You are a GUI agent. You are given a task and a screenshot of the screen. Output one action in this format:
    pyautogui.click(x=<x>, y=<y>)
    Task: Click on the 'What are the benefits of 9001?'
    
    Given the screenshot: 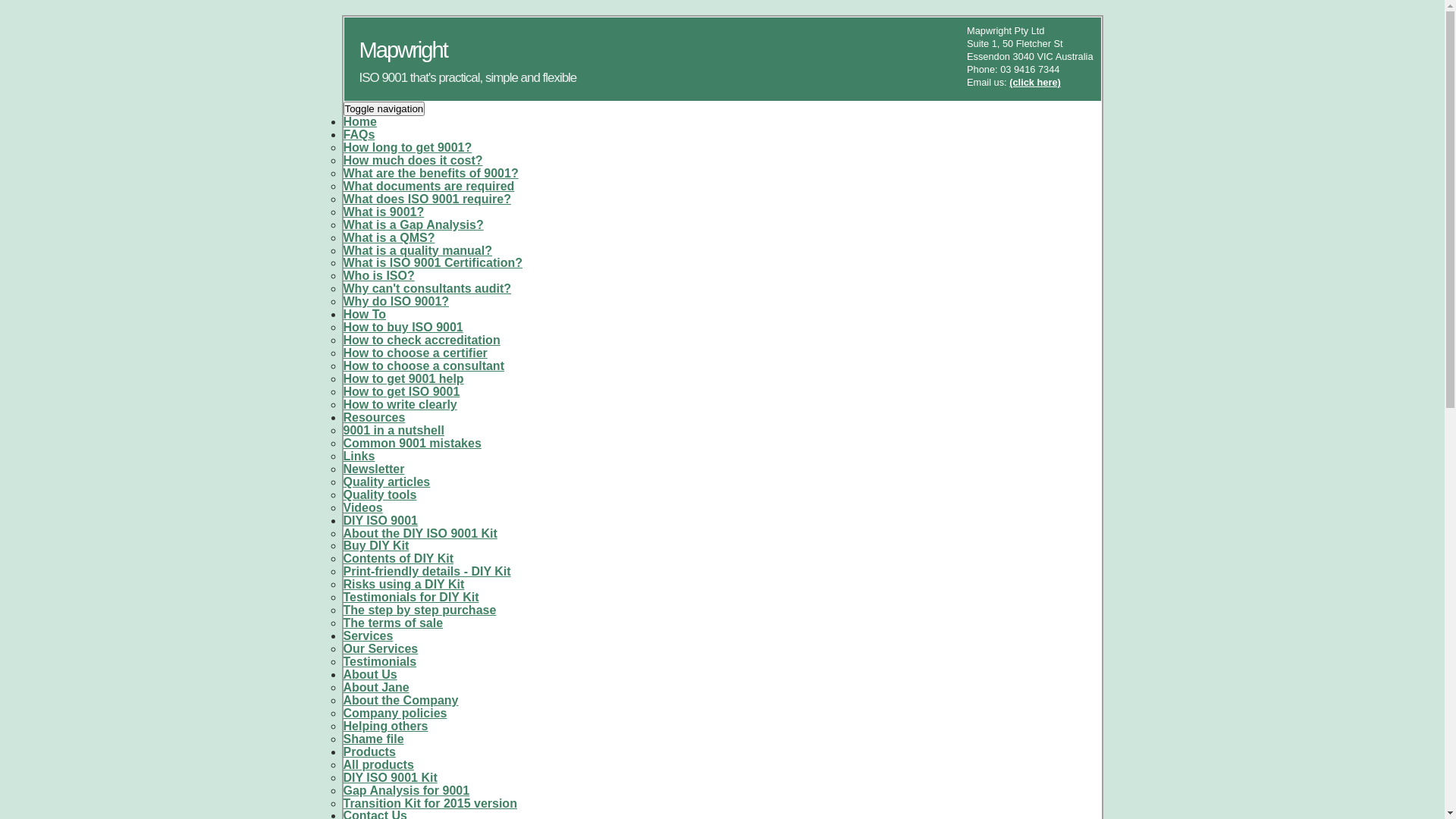 What is the action you would take?
    pyautogui.click(x=429, y=172)
    